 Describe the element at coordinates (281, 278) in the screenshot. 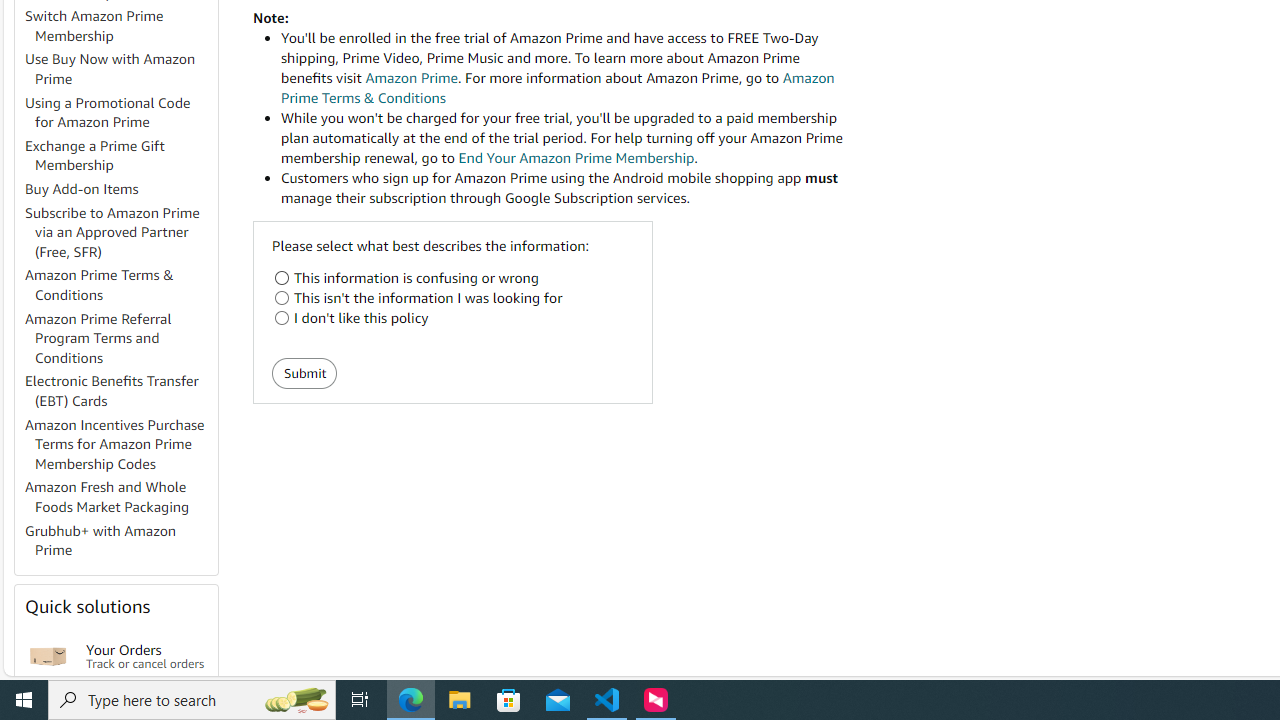

I see `'This information is confusing or wrong'` at that location.